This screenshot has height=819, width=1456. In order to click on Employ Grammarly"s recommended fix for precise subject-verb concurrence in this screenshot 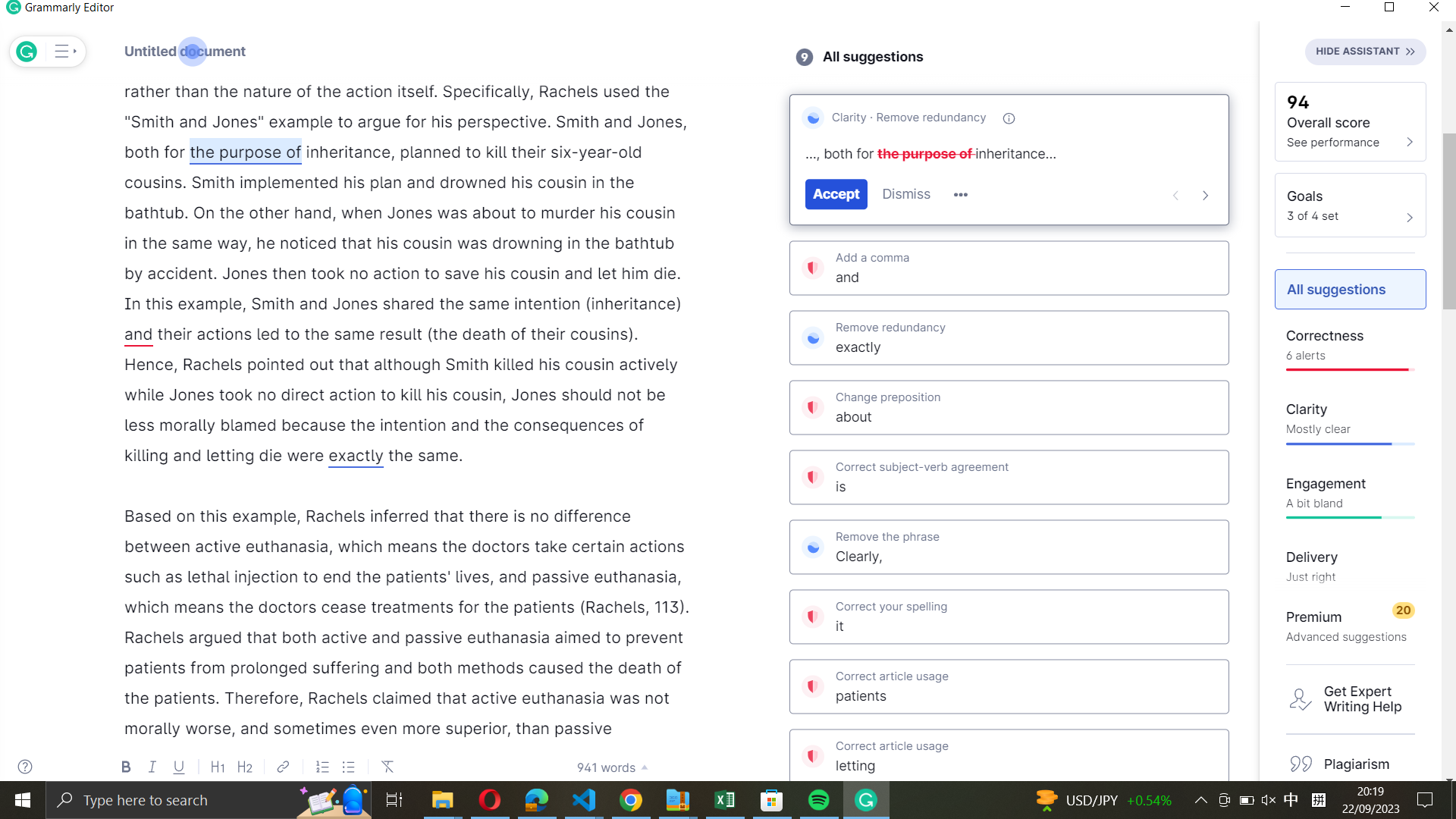, I will do `click(1008, 478)`.